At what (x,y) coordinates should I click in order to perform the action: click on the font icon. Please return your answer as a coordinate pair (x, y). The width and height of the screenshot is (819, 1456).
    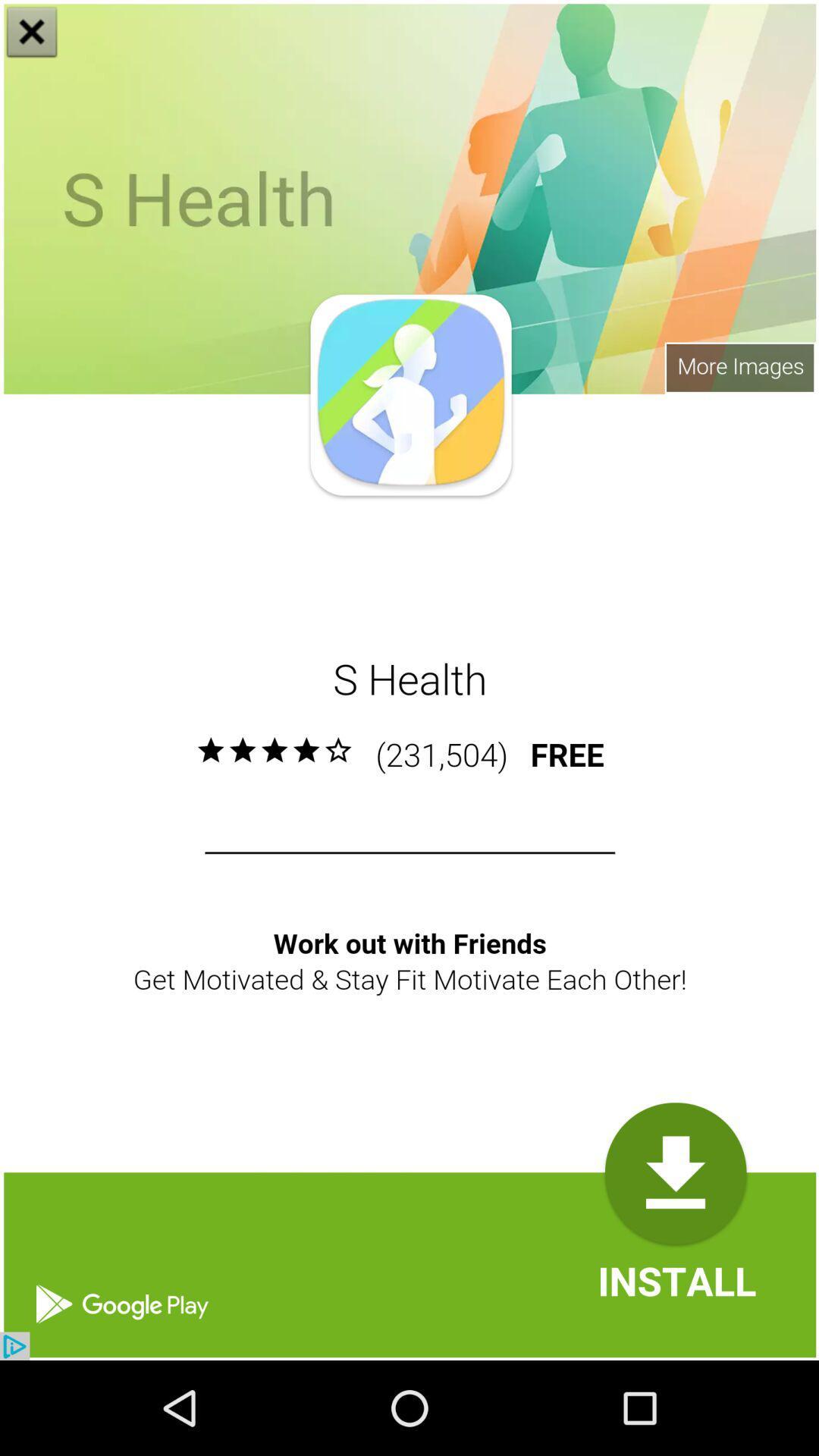
    Looking at the image, I should click on (730, 1272).